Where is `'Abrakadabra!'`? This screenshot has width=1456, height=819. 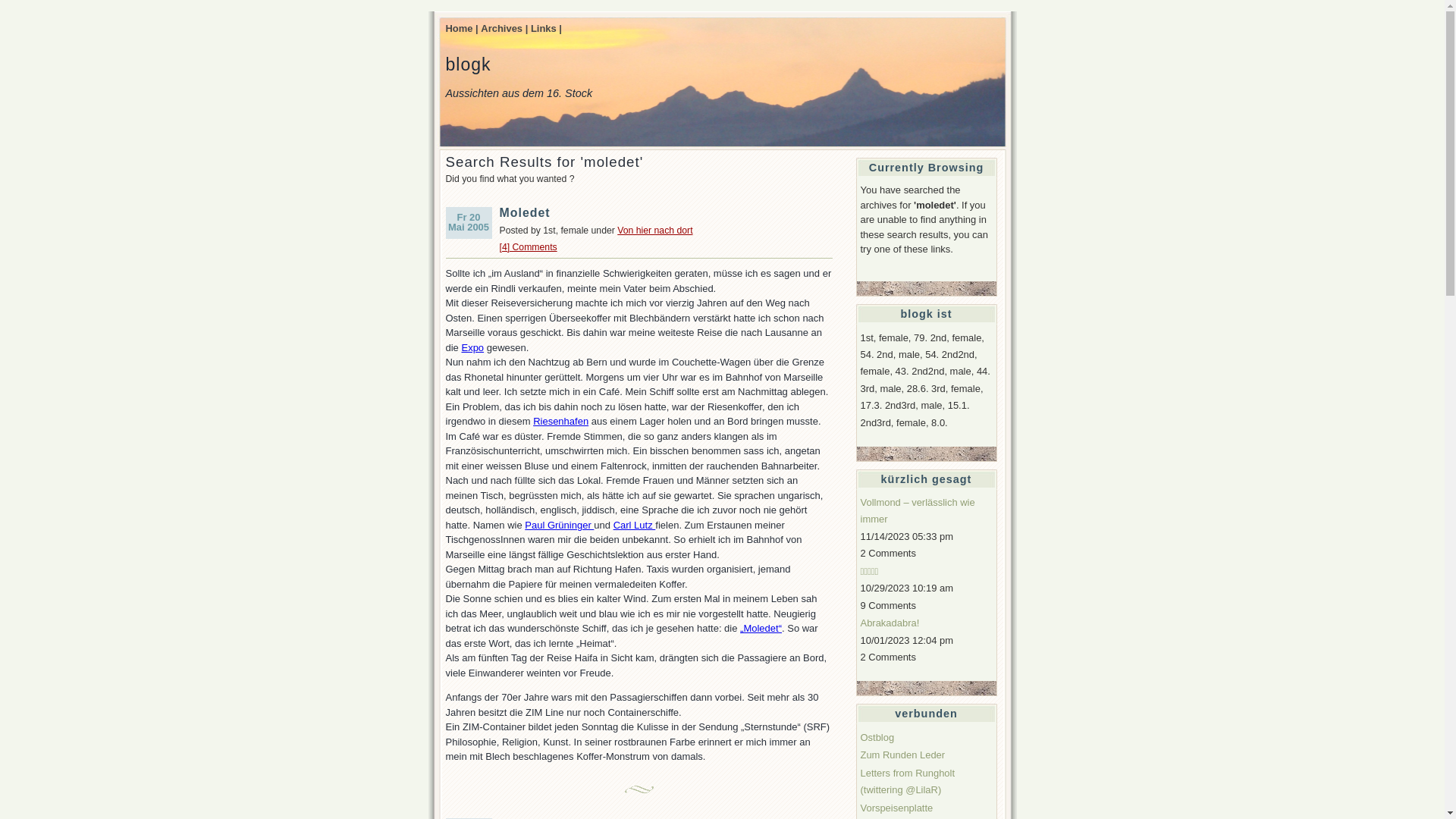
'Abrakadabra!' is located at coordinates (889, 623).